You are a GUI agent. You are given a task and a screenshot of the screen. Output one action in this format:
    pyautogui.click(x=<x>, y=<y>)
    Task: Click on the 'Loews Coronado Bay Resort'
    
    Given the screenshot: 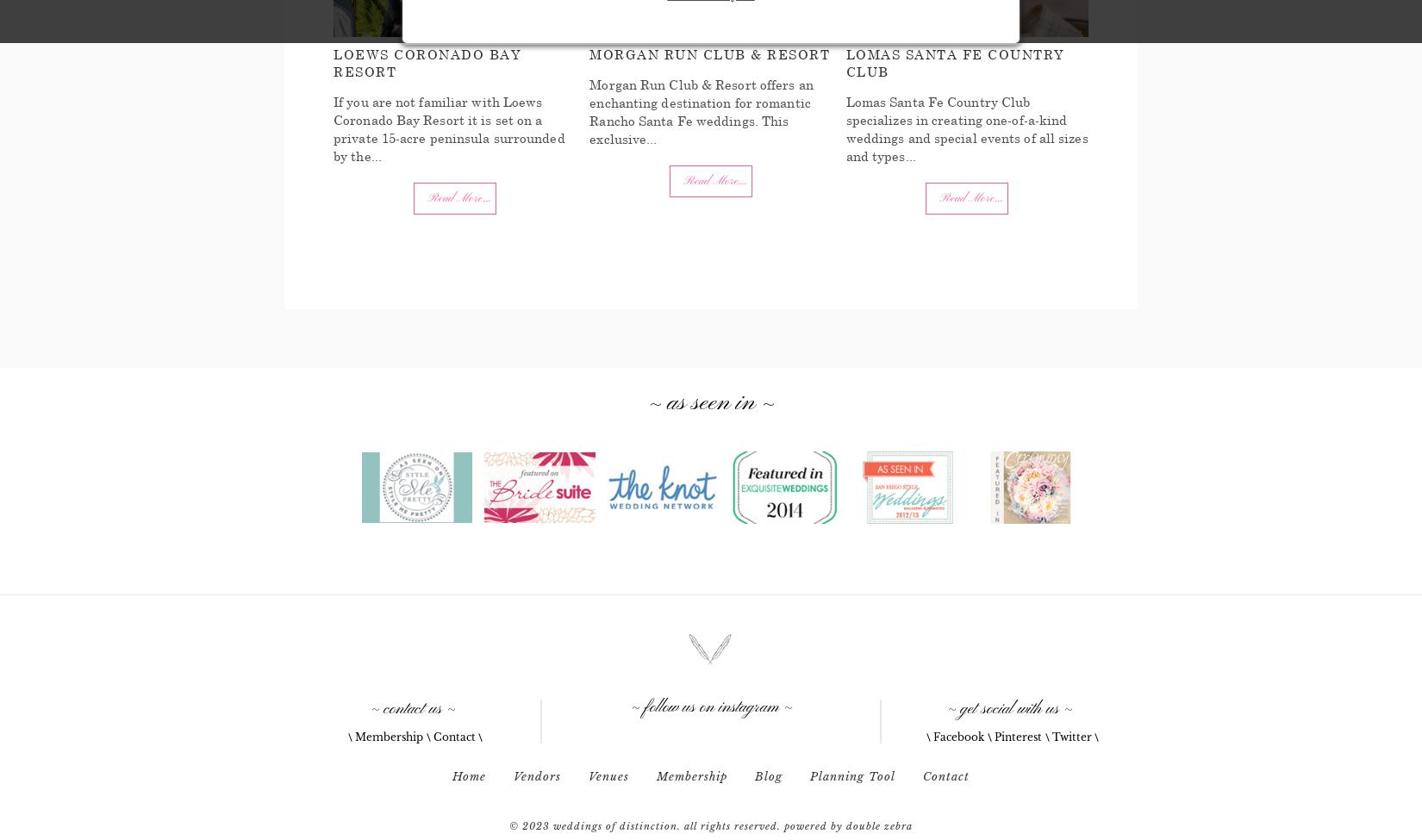 What is the action you would take?
    pyautogui.click(x=426, y=61)
    